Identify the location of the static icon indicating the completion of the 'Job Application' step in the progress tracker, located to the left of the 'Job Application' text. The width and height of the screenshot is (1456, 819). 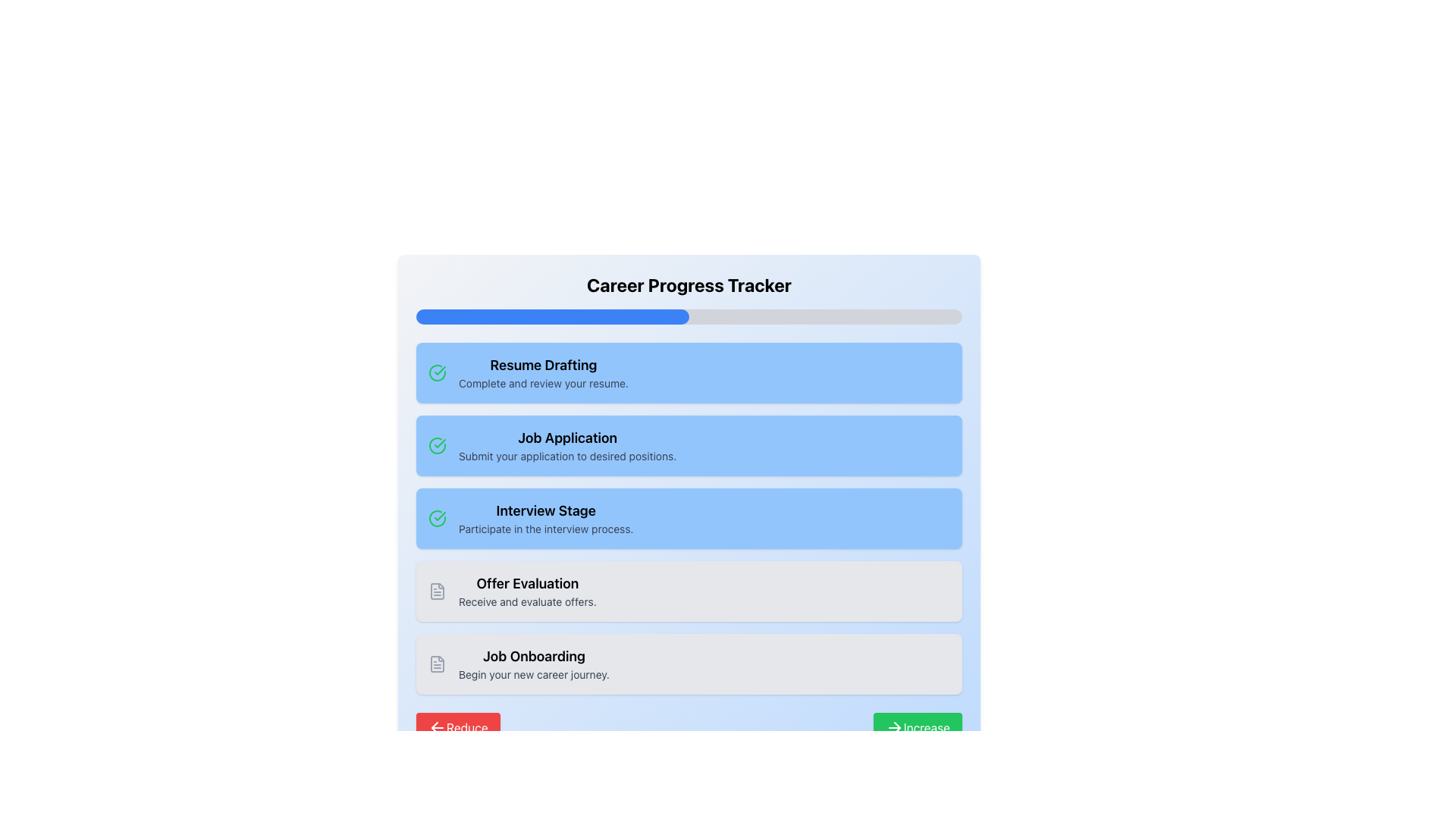
(436, 444).